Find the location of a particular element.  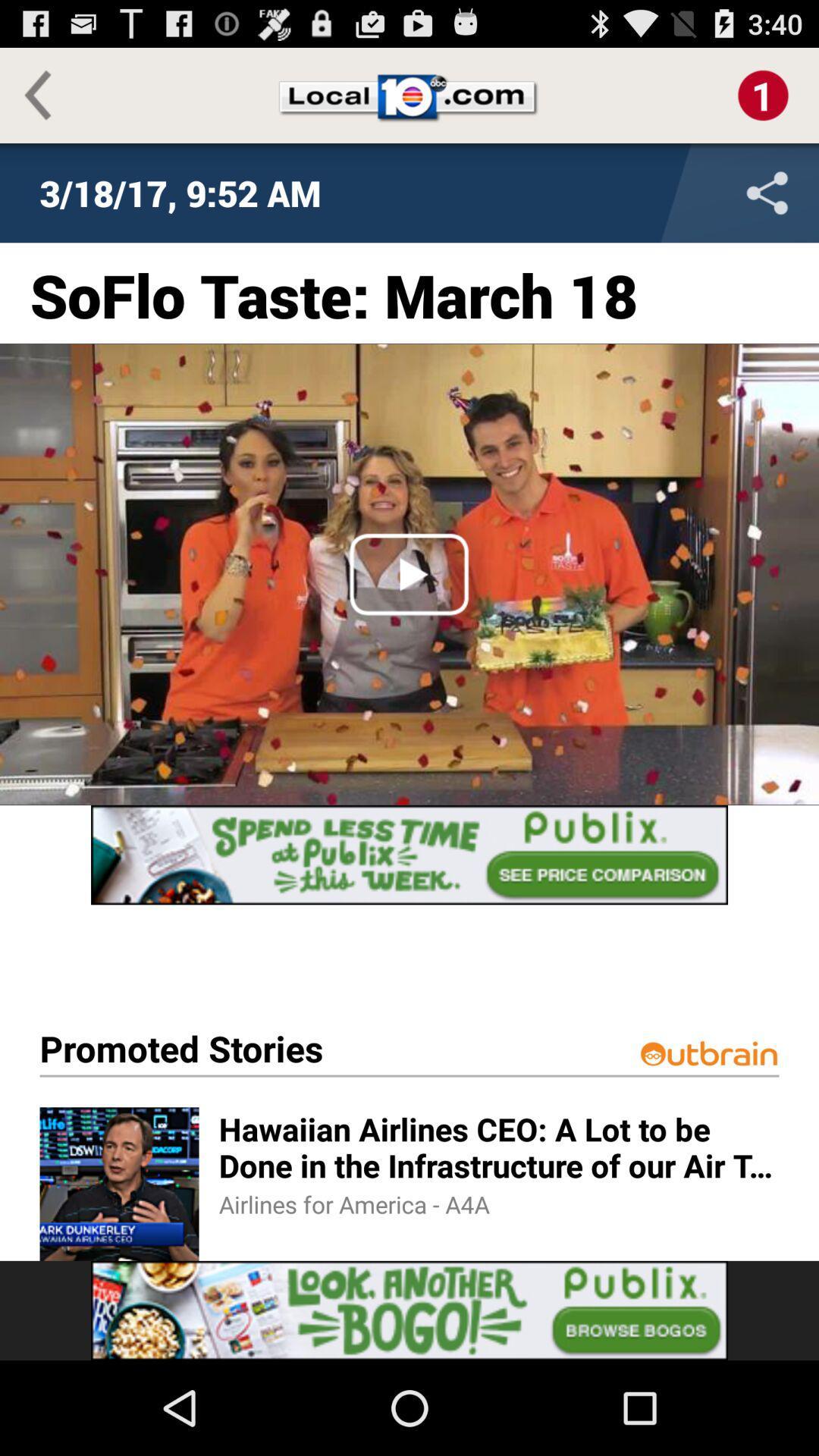

share is located at coordinates (667, 192).